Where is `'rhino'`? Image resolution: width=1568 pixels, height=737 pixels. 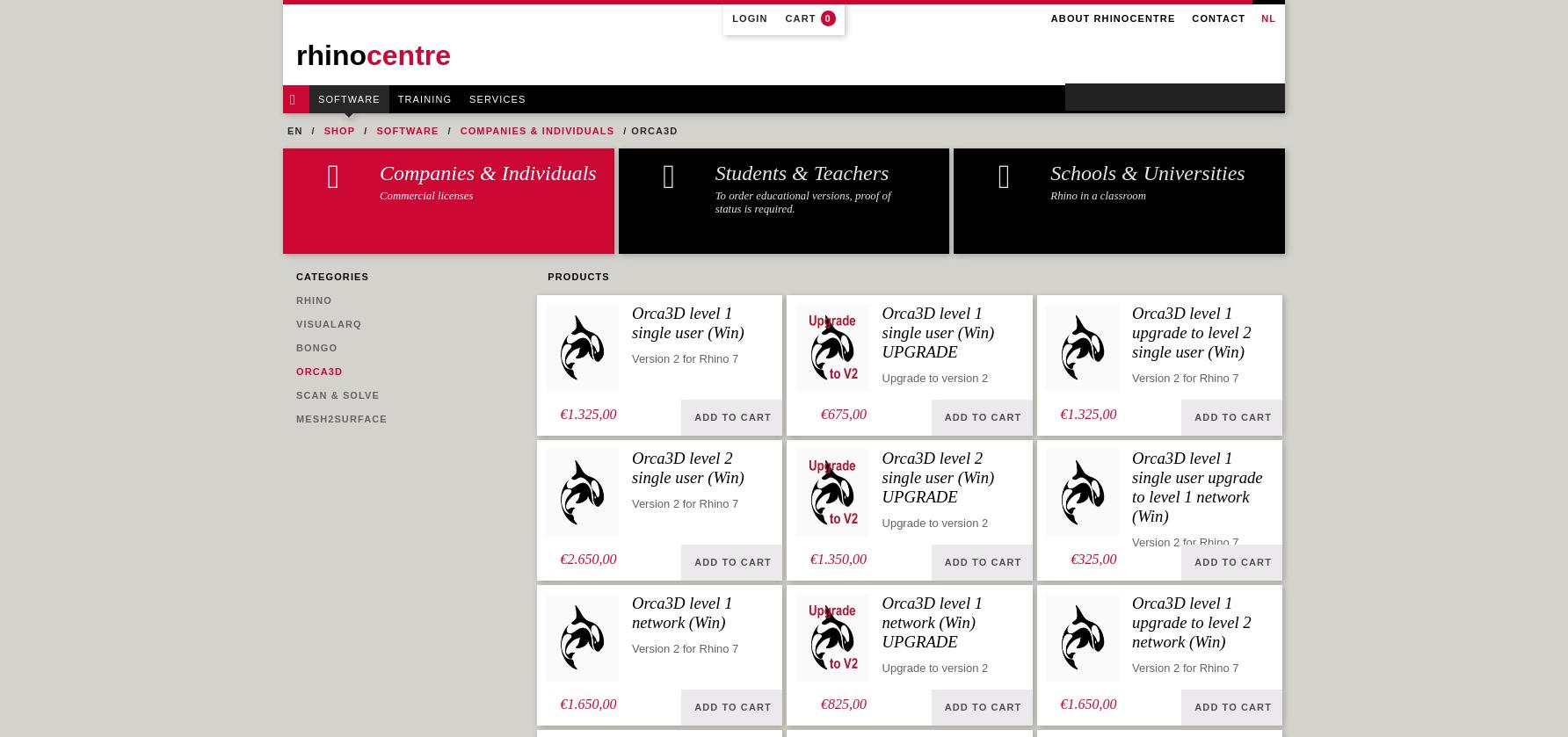
'rhino' is located at coordinates (330, 55).